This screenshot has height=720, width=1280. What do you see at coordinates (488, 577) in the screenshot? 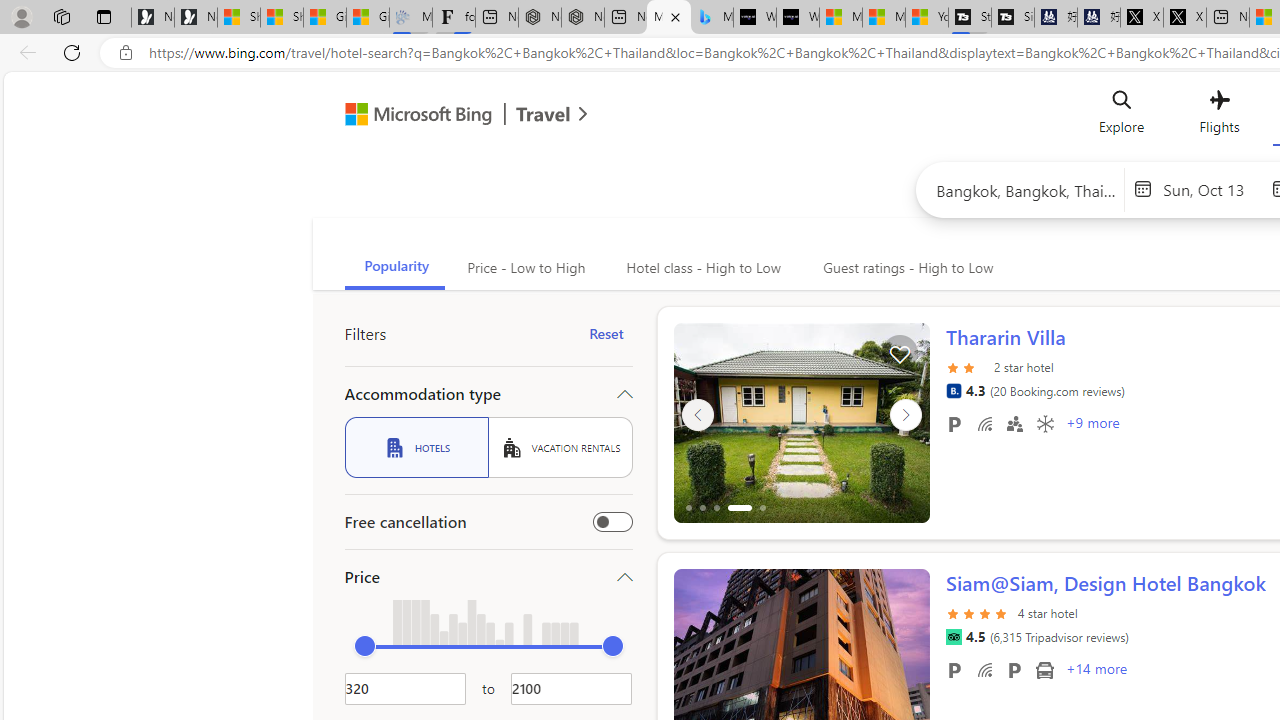
I see `'Price'` at bounding box center [488, 577].